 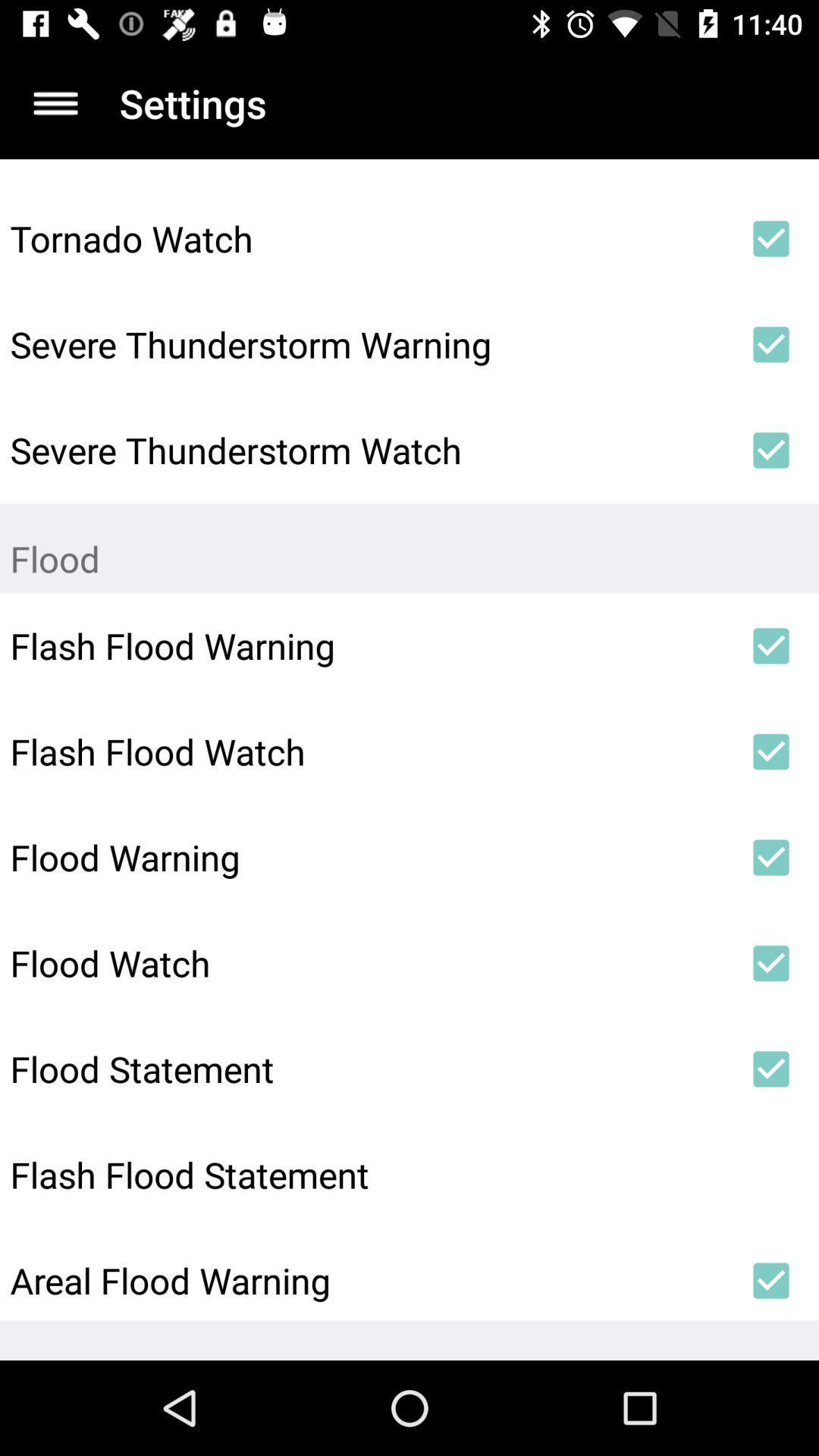 I want to click on item next to severe thunderstorm warning, so click(x=771, y=344).